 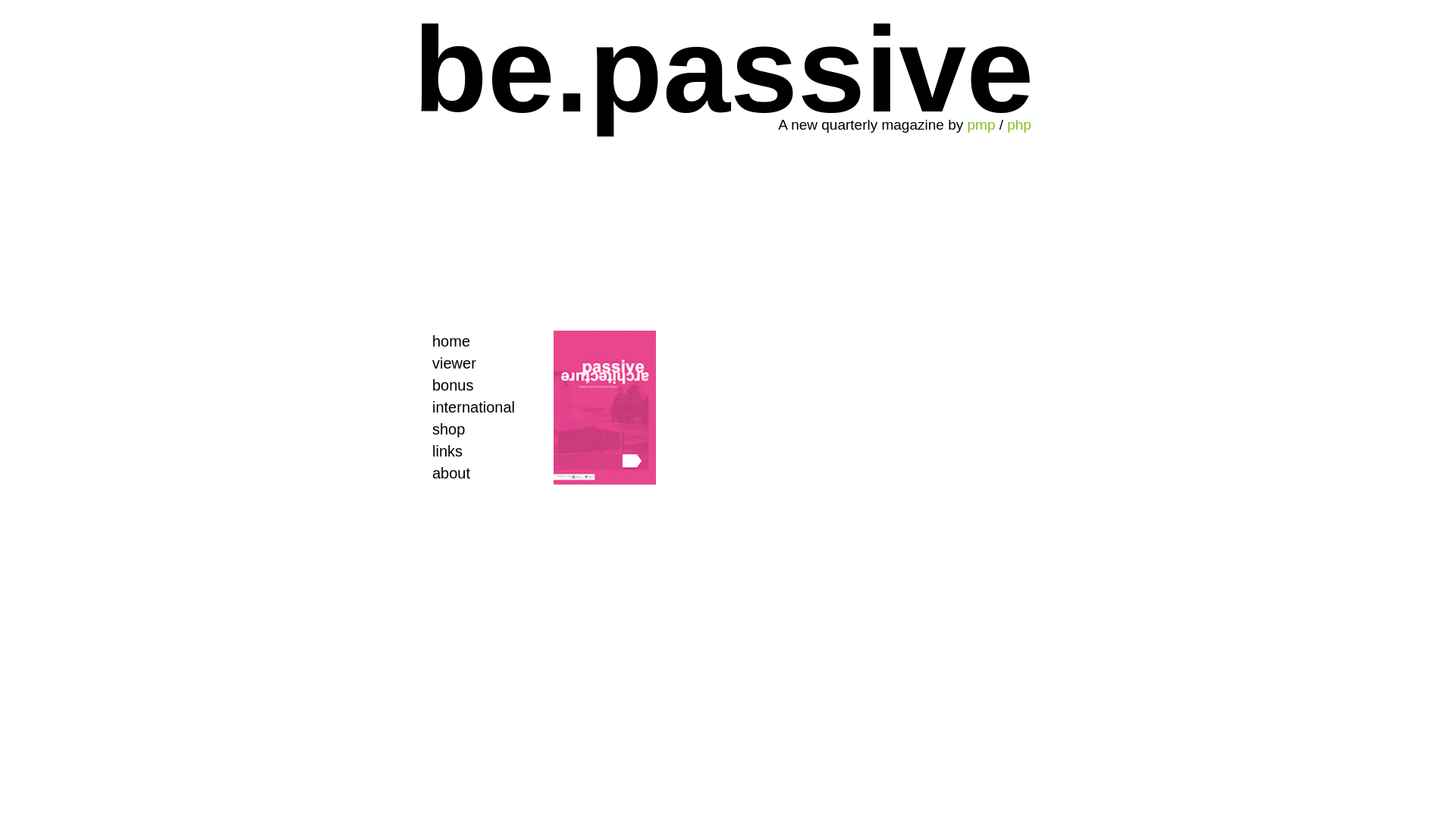 What do you see at coordinates (469, 406) in the screenshot?
I see `'international'` at bounding box center [469, 406].